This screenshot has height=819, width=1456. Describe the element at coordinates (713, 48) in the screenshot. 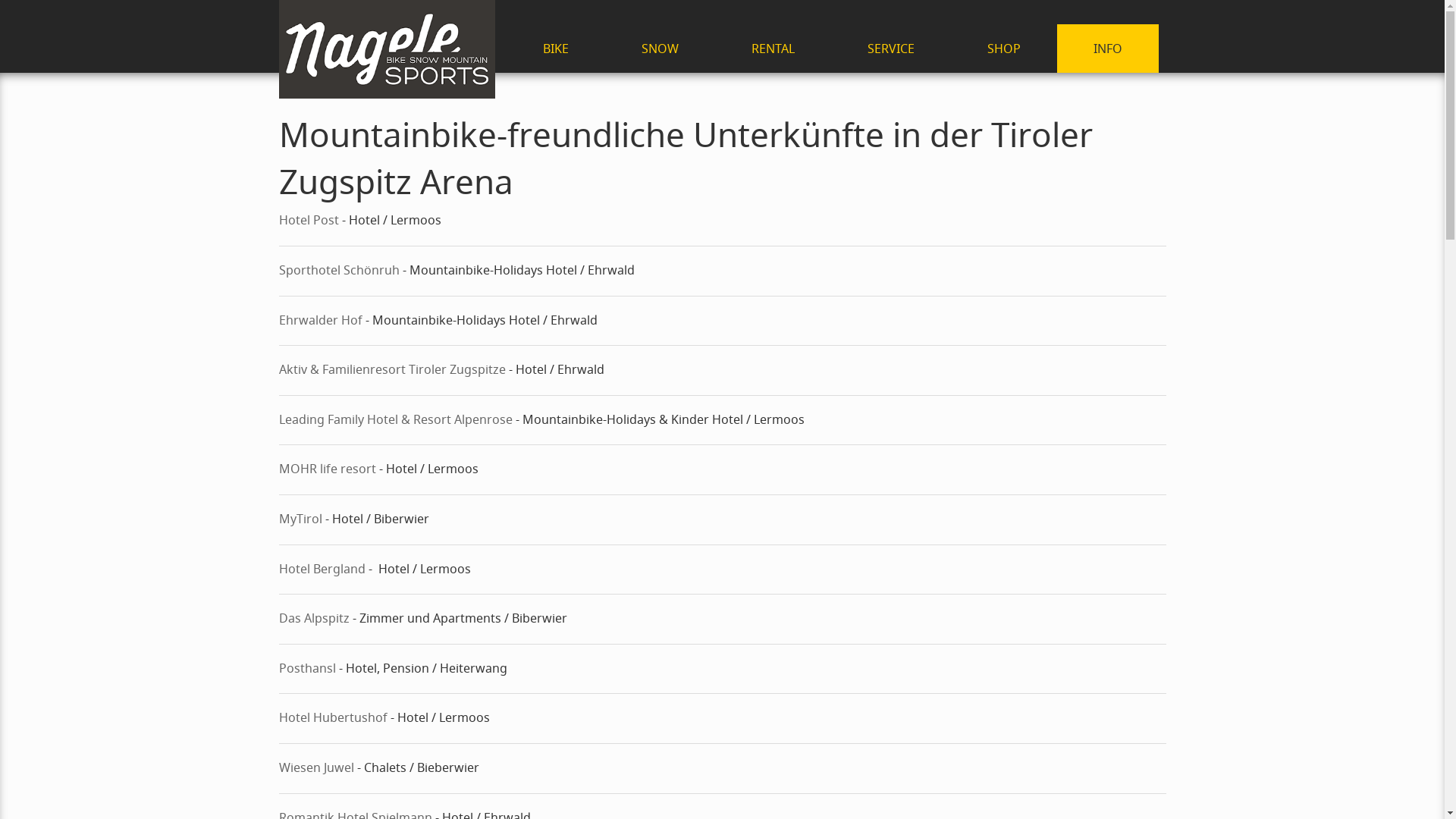

I see `'RENTAL'` at that location.